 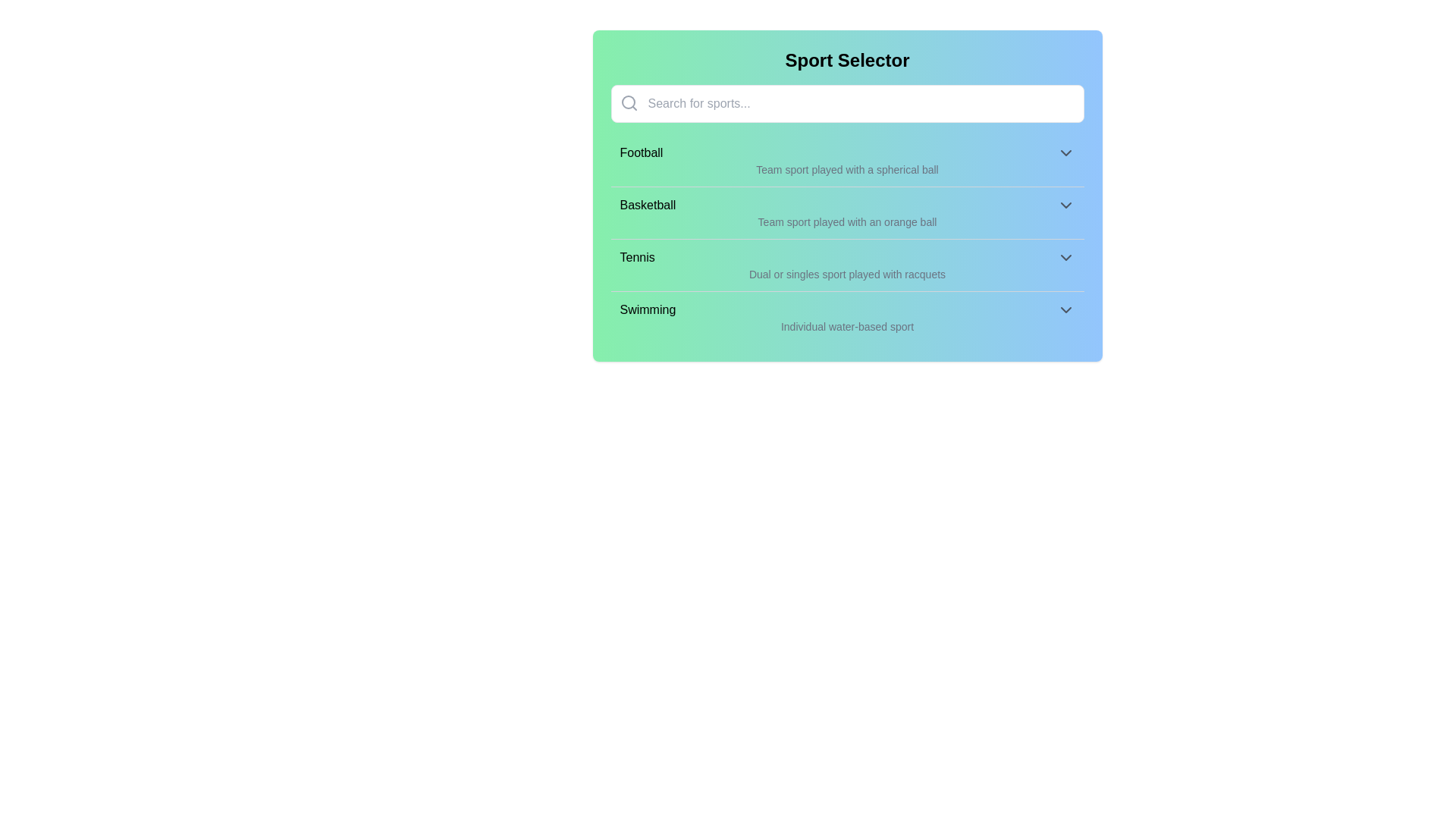 I want to click on the first selectable item in the 'Sport Selector' dropdown related to the 'Football' category, so click(x=846, y=152).